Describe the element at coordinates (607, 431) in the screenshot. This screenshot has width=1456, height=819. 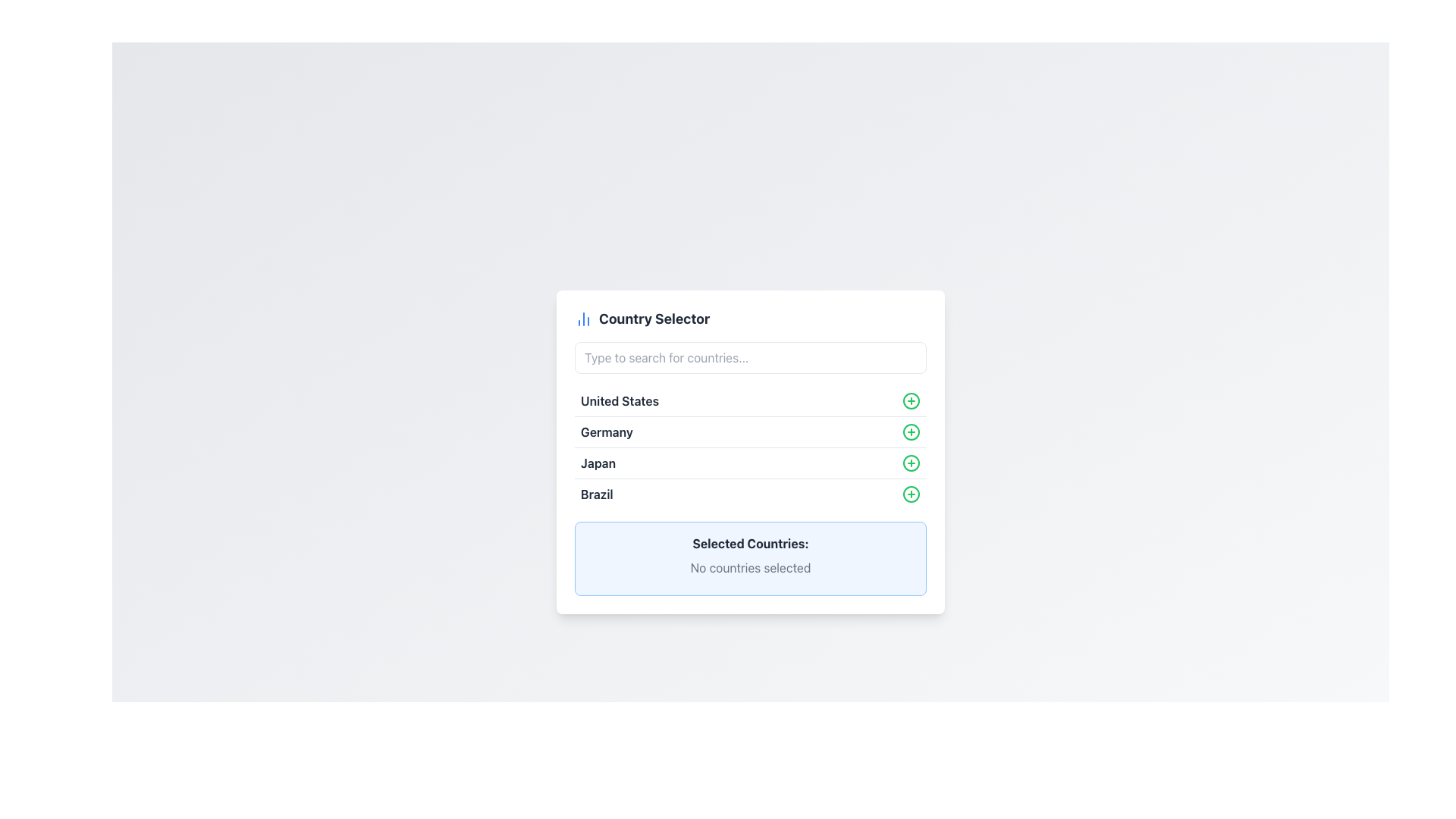
I see `the Text Label element displaying 'Germany', which is the second entry in a vertical list of countries, located below 'United States' and above 'Japan'` at that location.